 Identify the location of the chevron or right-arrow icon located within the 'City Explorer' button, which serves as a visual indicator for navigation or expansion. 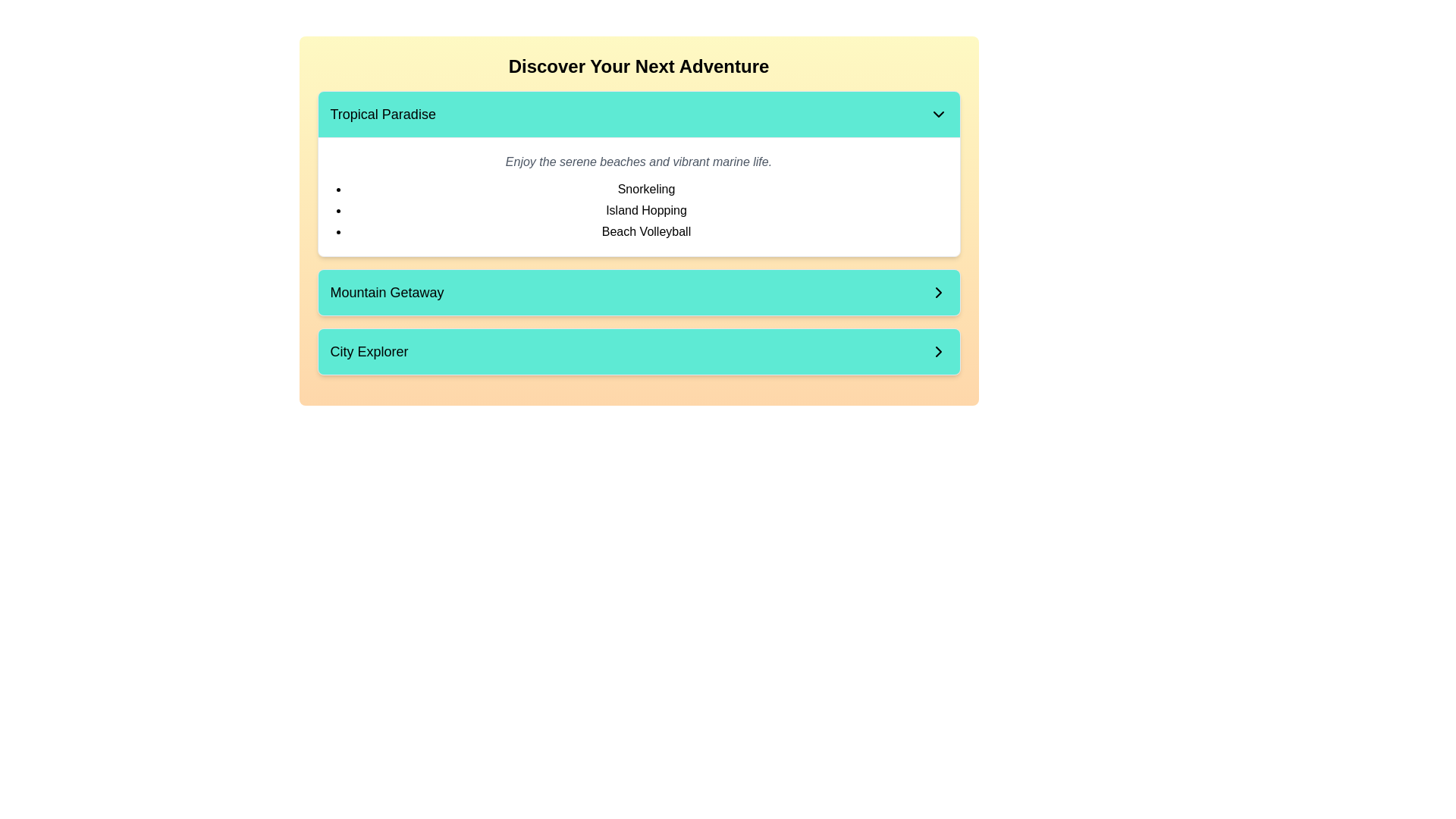
(937, 351).